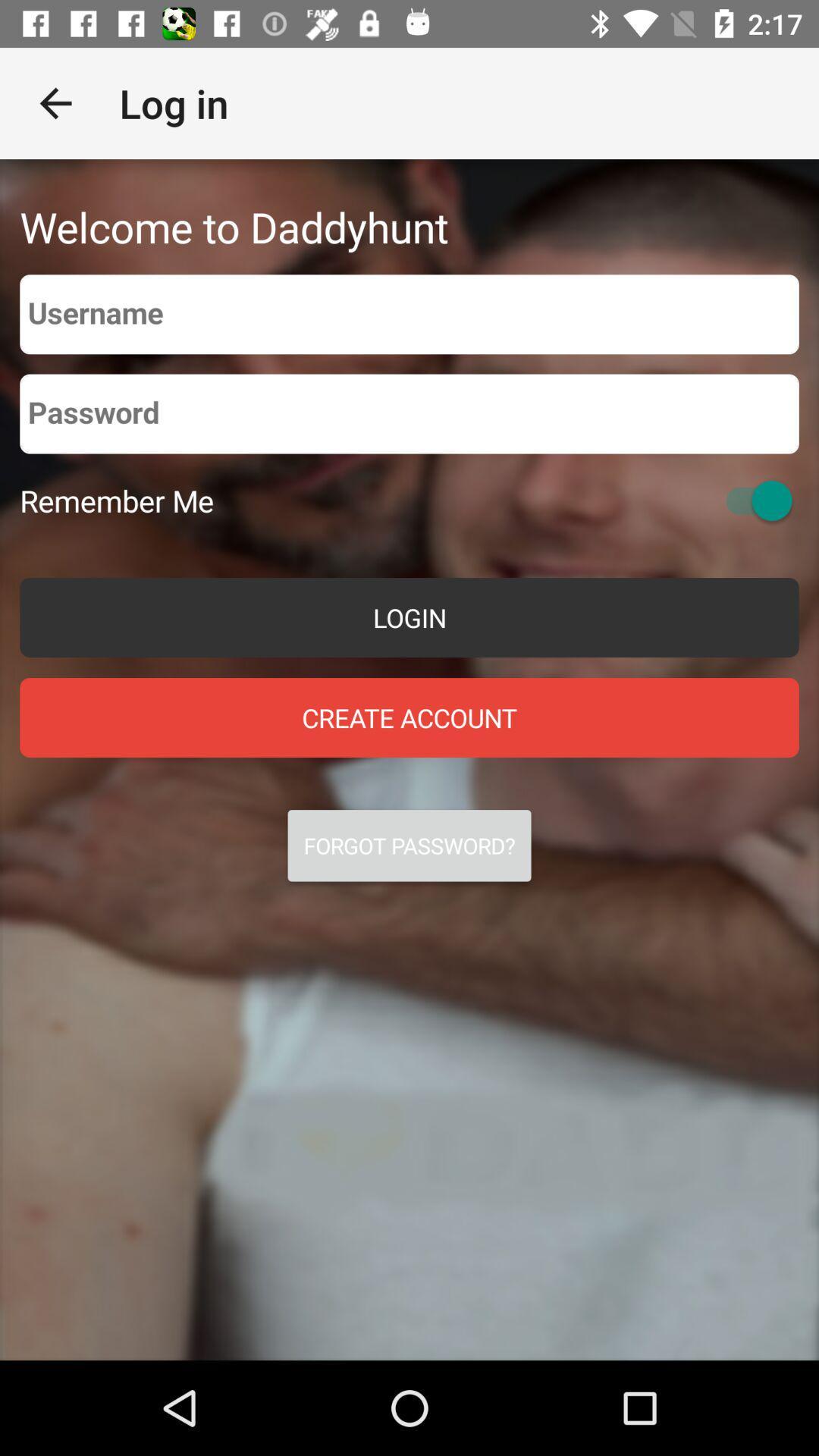 The height and width of the screenshot is (1456, 819). I want to click on icon below the create account, so click(409, 845).